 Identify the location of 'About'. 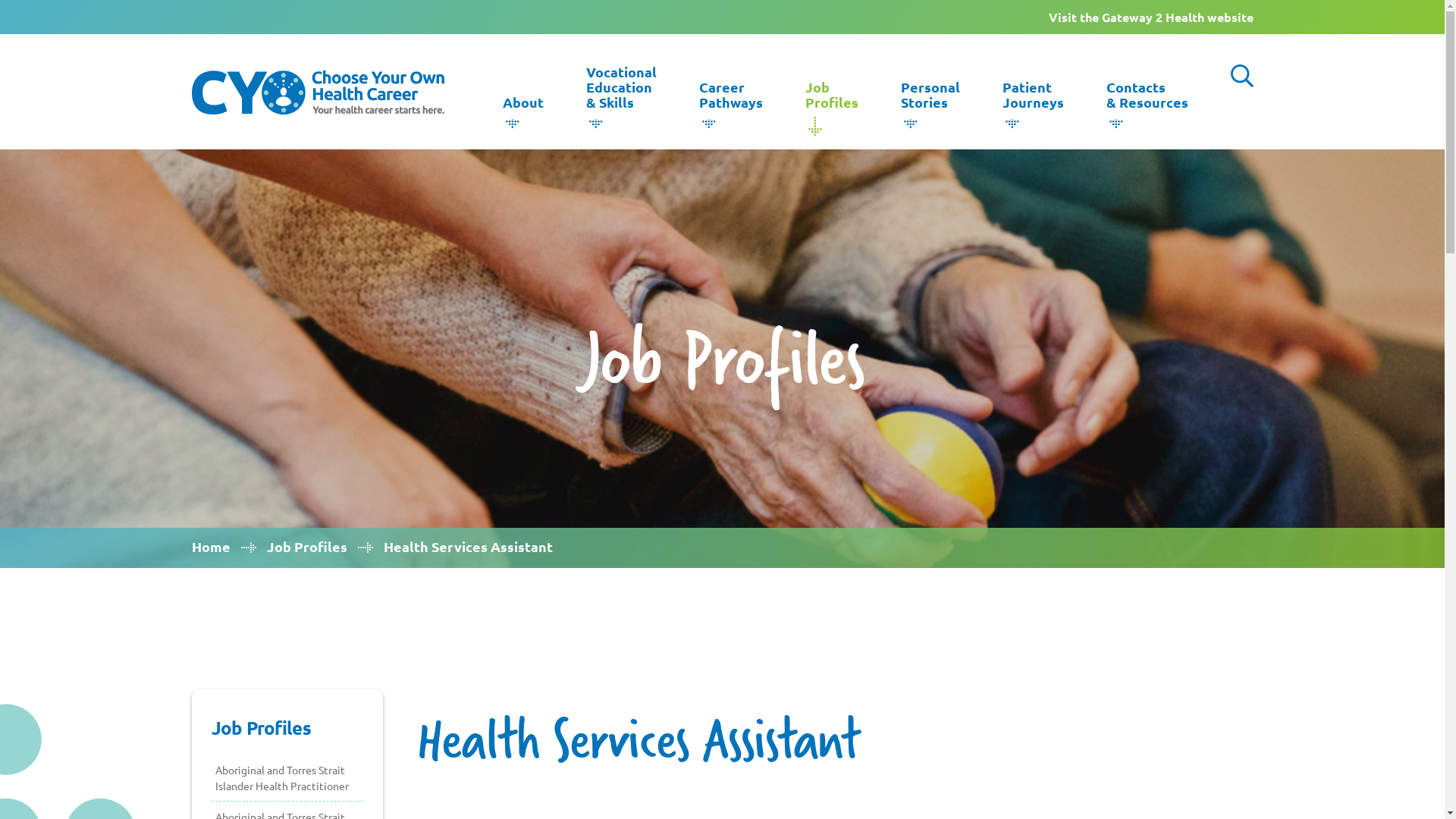
(522, 106).